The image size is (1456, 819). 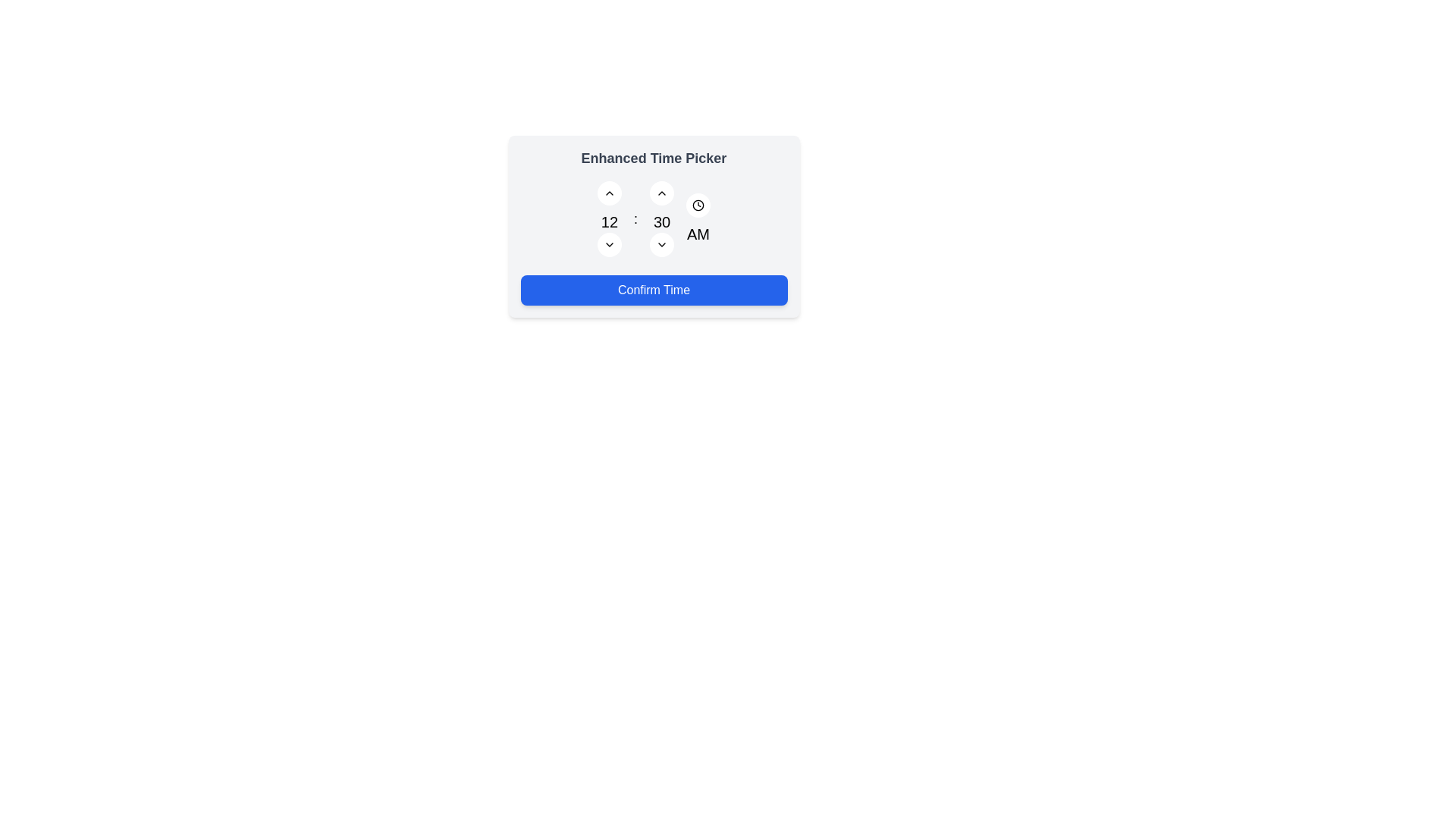 What do you see at coordinates (609, 222) in the screenshot?
I see `the numerical text display reading '12' to focus it, which is centrally located in the time picker UI, positioned between an upward arrow icon and a downward arrow icon` at bounding box center [609, 222].